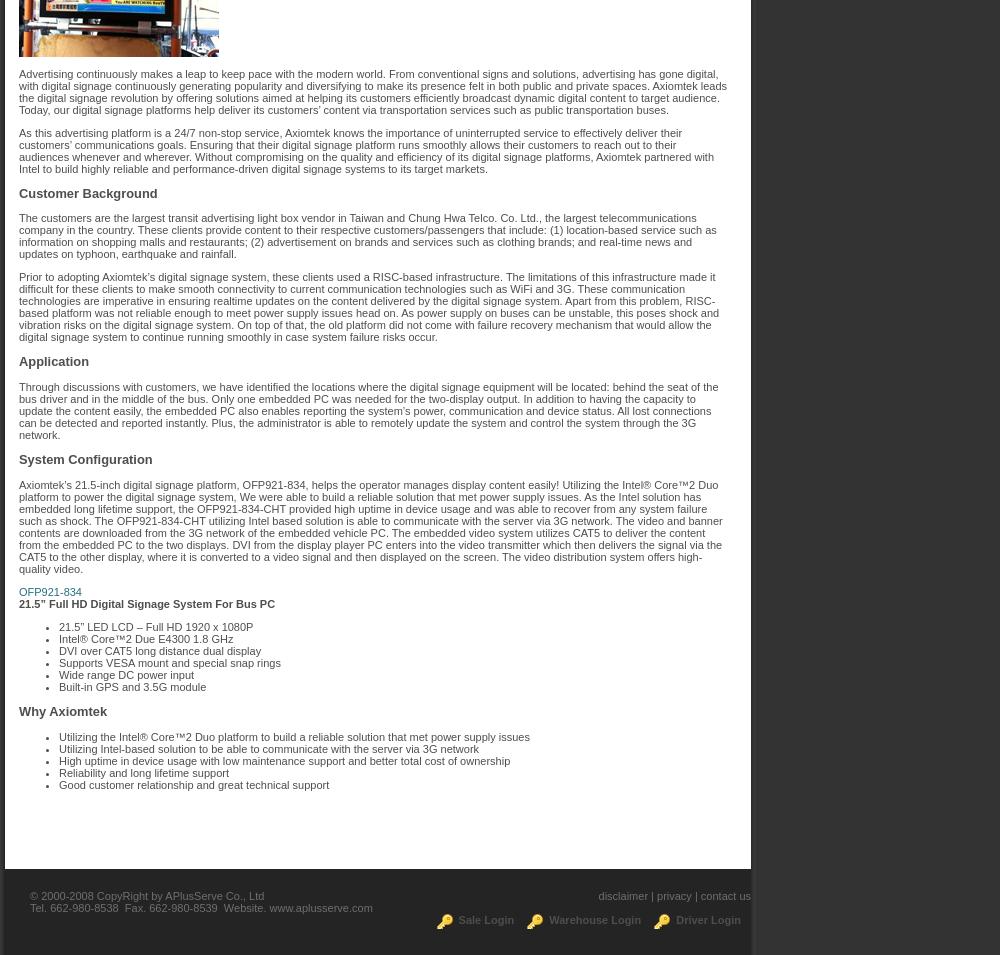 Image resolution: width=1000 pixels, height=955 pixels. What do you see at coordinates (126, 673) in the screenshot?
I see `'Wide range DC power input'` at bounding box center [126, 673].